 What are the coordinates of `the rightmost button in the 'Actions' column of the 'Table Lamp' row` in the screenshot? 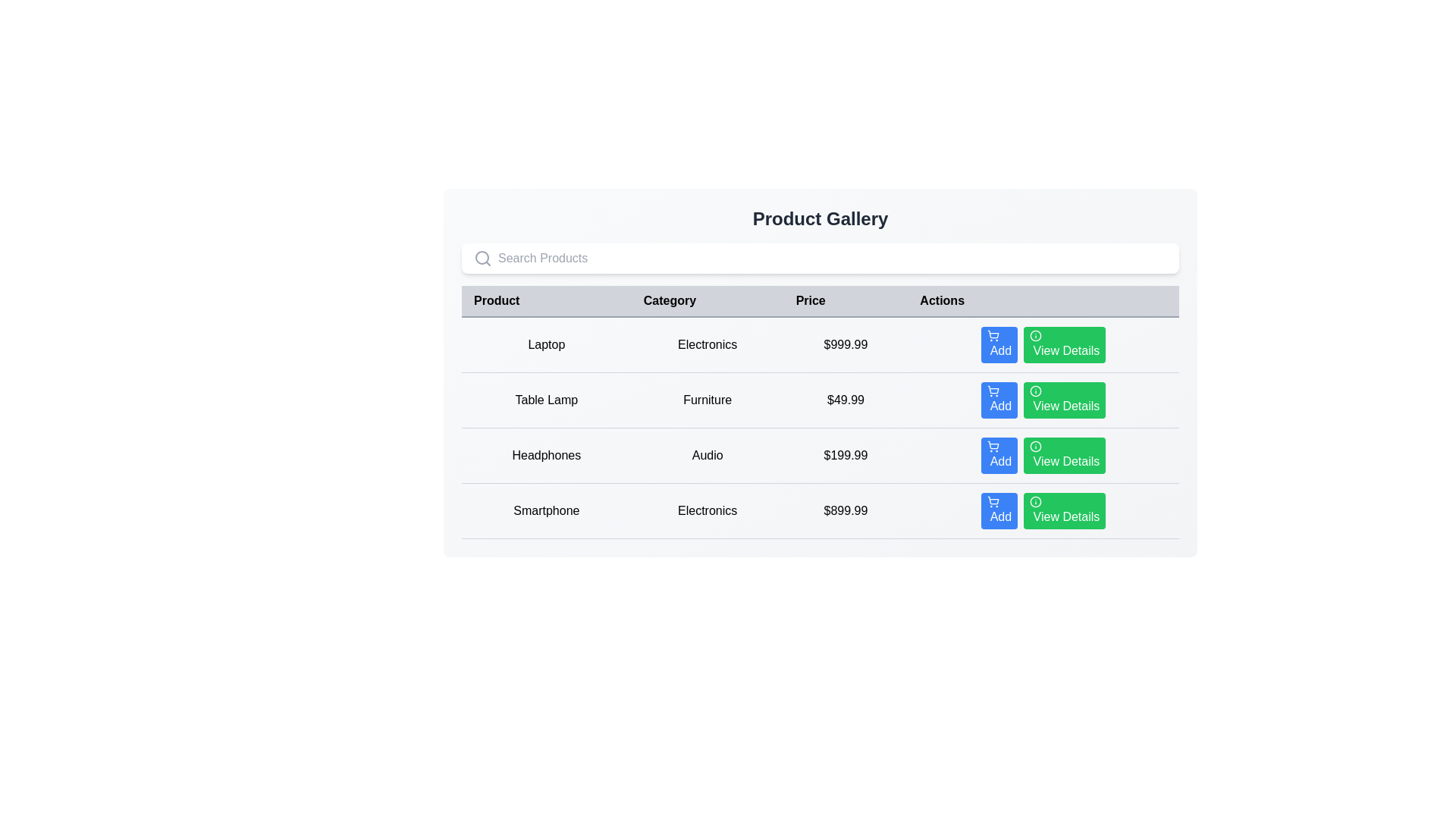 It's located at (1043, 400).